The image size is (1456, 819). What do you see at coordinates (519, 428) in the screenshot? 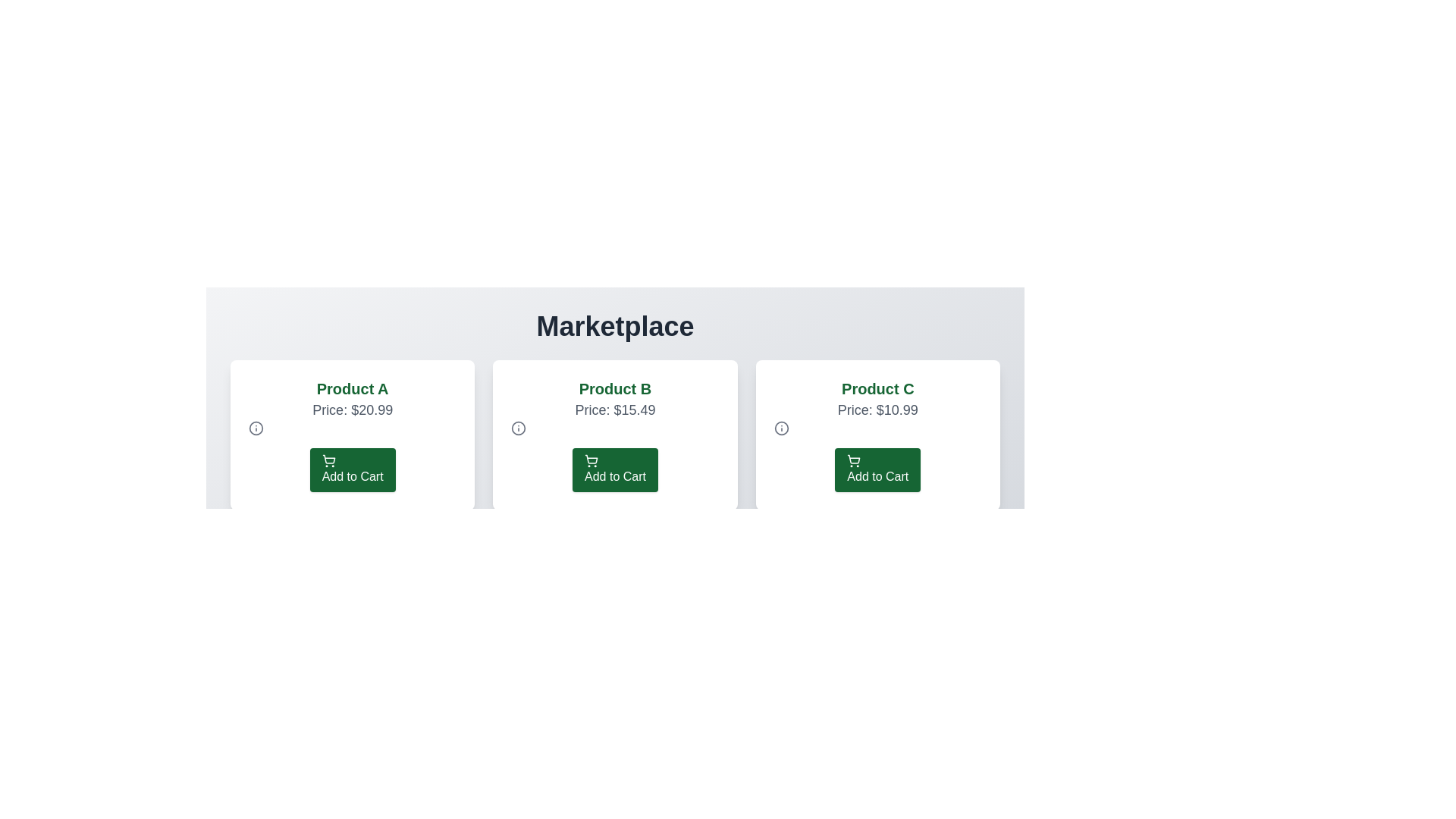
I see `the decorative or informative graphical icon located to the left side of the 'Product B' section in the marketplace interface` at bounding box center [519, 428].